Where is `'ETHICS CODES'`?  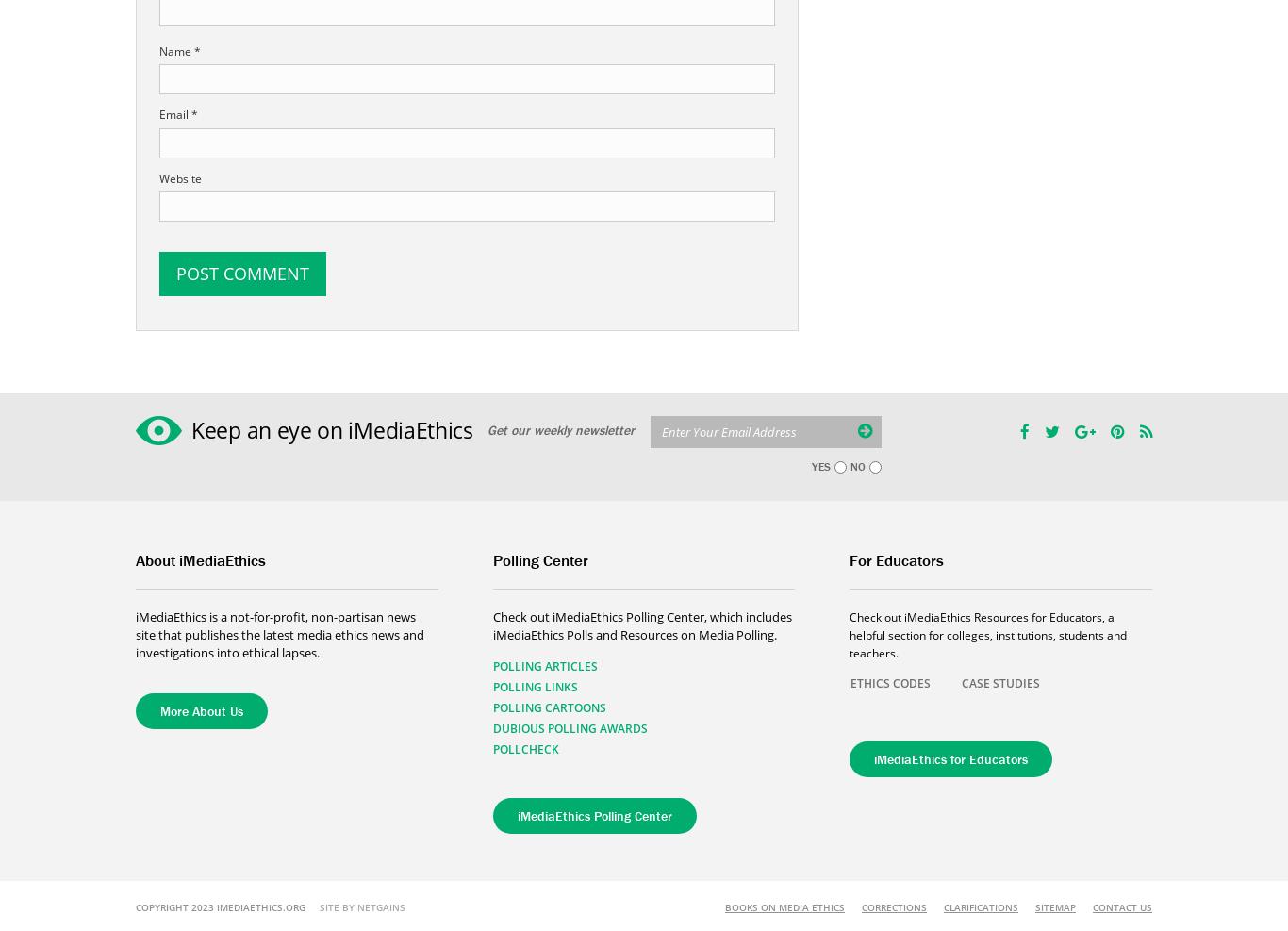 'ETHICS CODES' is located at coordinates (890, 682).